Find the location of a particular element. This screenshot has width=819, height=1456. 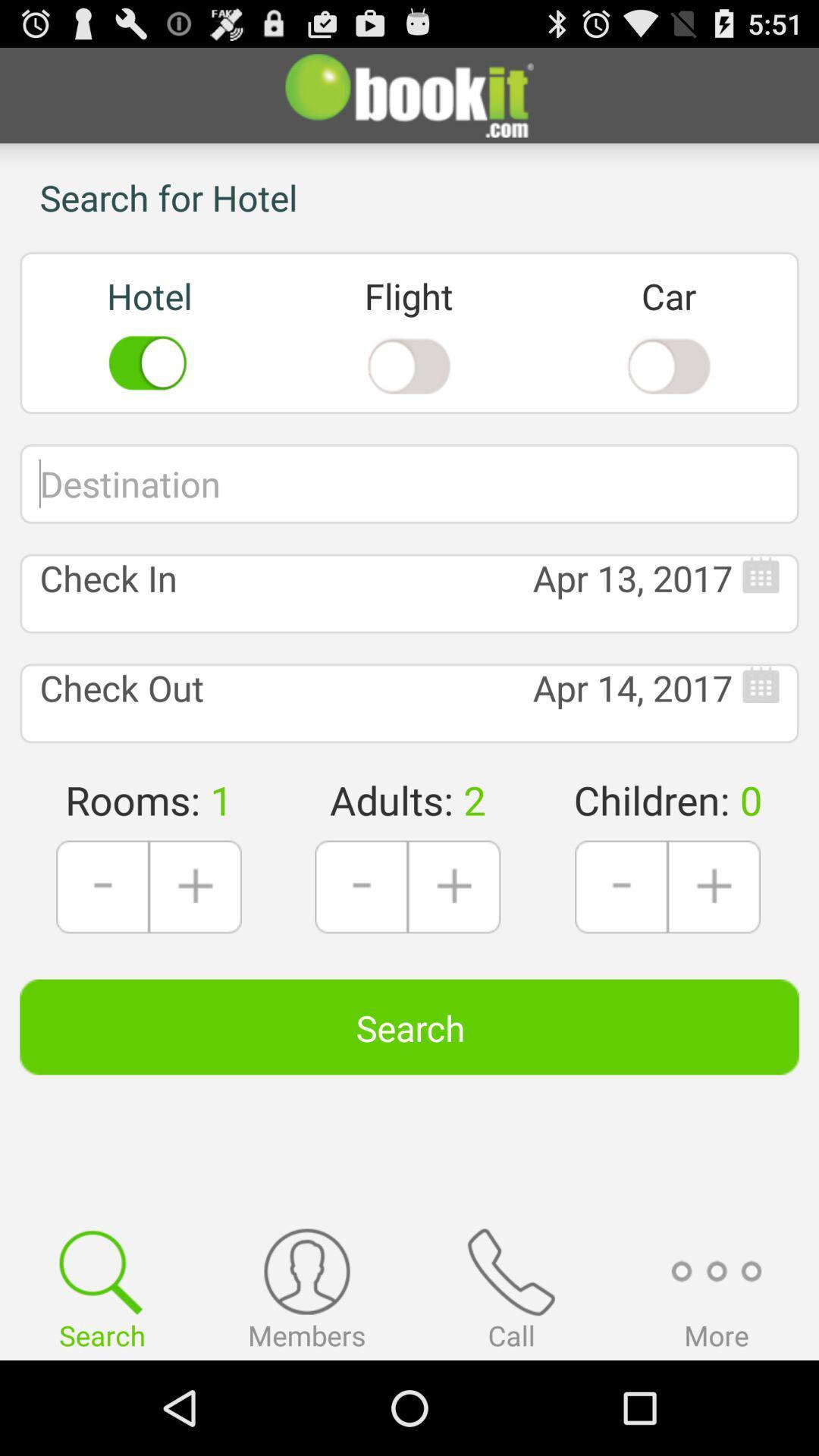

the icon above the search for hotel item is located at coordinates (409, 94).